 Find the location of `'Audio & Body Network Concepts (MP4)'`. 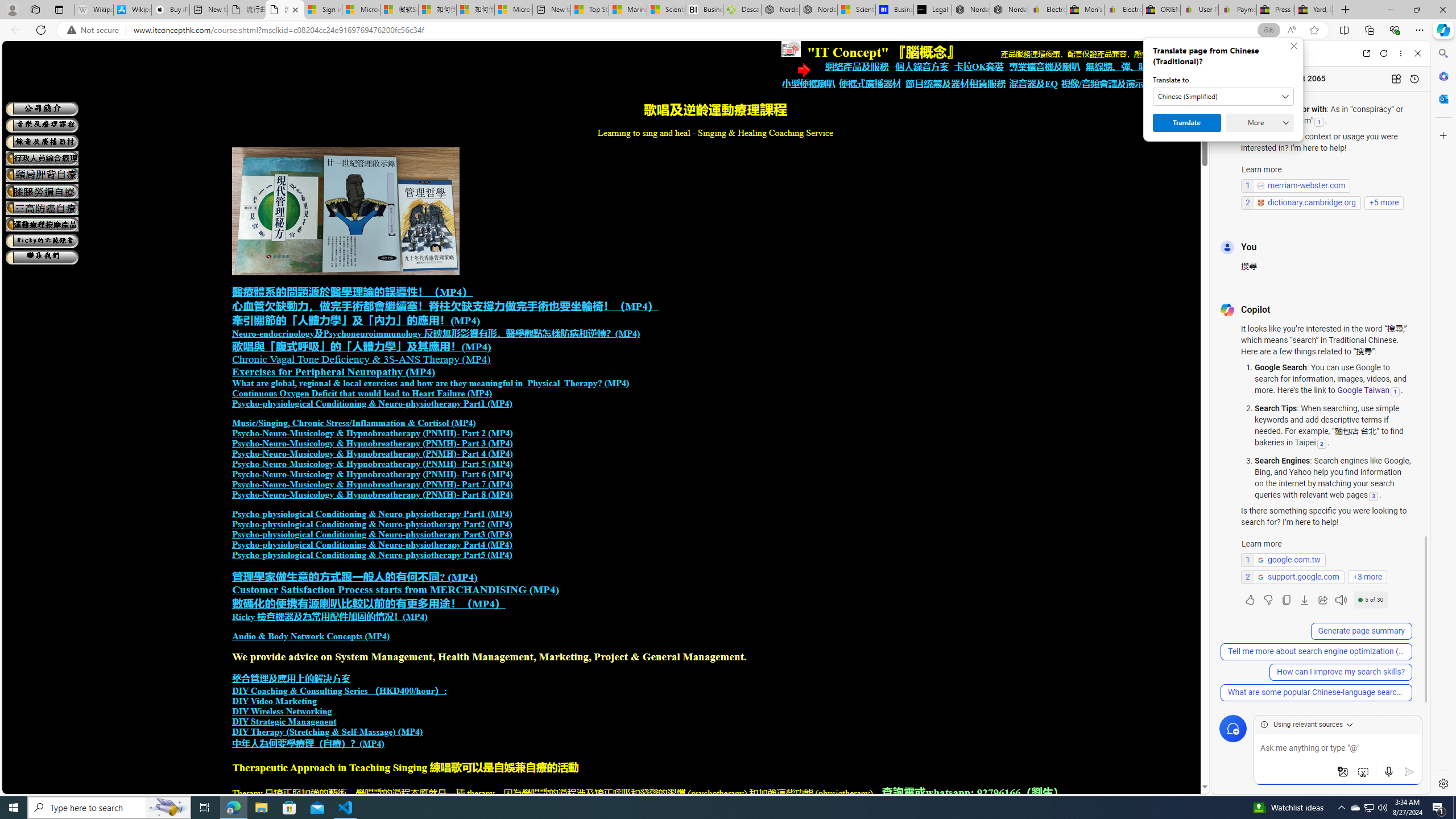

'Audio & Body Network Concepts (MP4)' is located at coordinates (311, 636).